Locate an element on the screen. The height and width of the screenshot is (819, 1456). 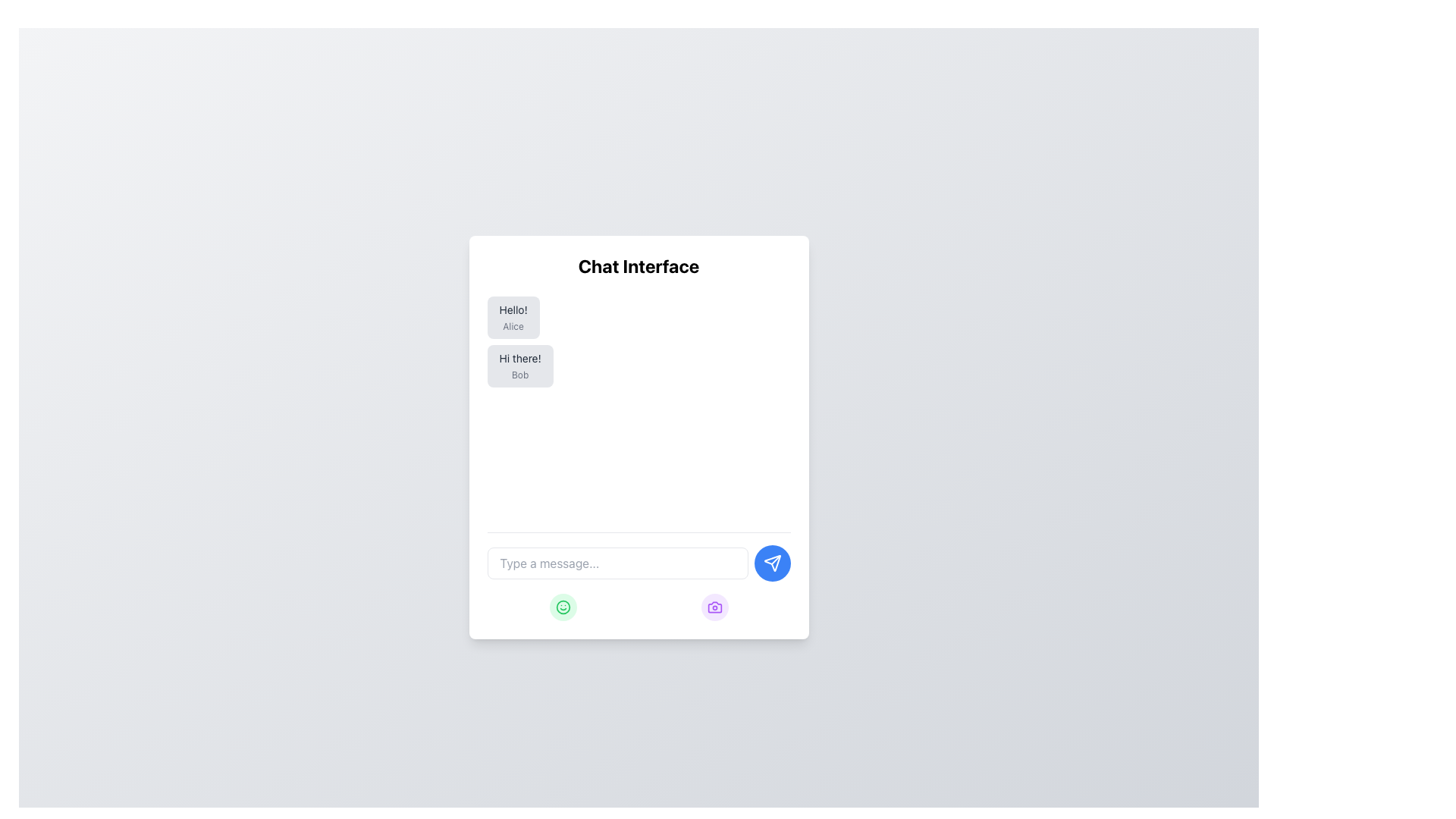
the camera icon located at the bottom-right of the chat interface is located at coordinates (714, 607).